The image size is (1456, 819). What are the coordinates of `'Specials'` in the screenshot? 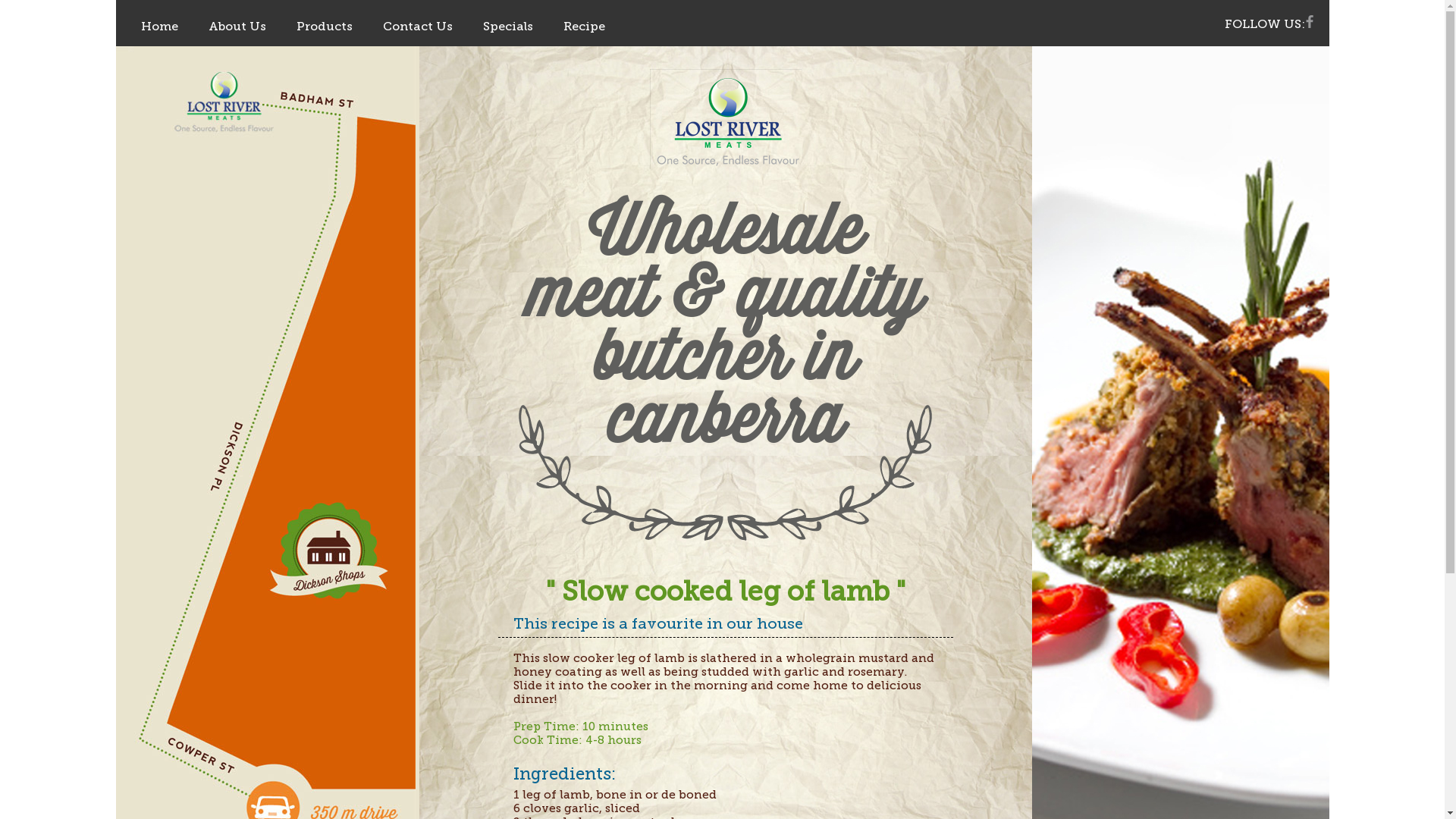 It's located at (507, 26).